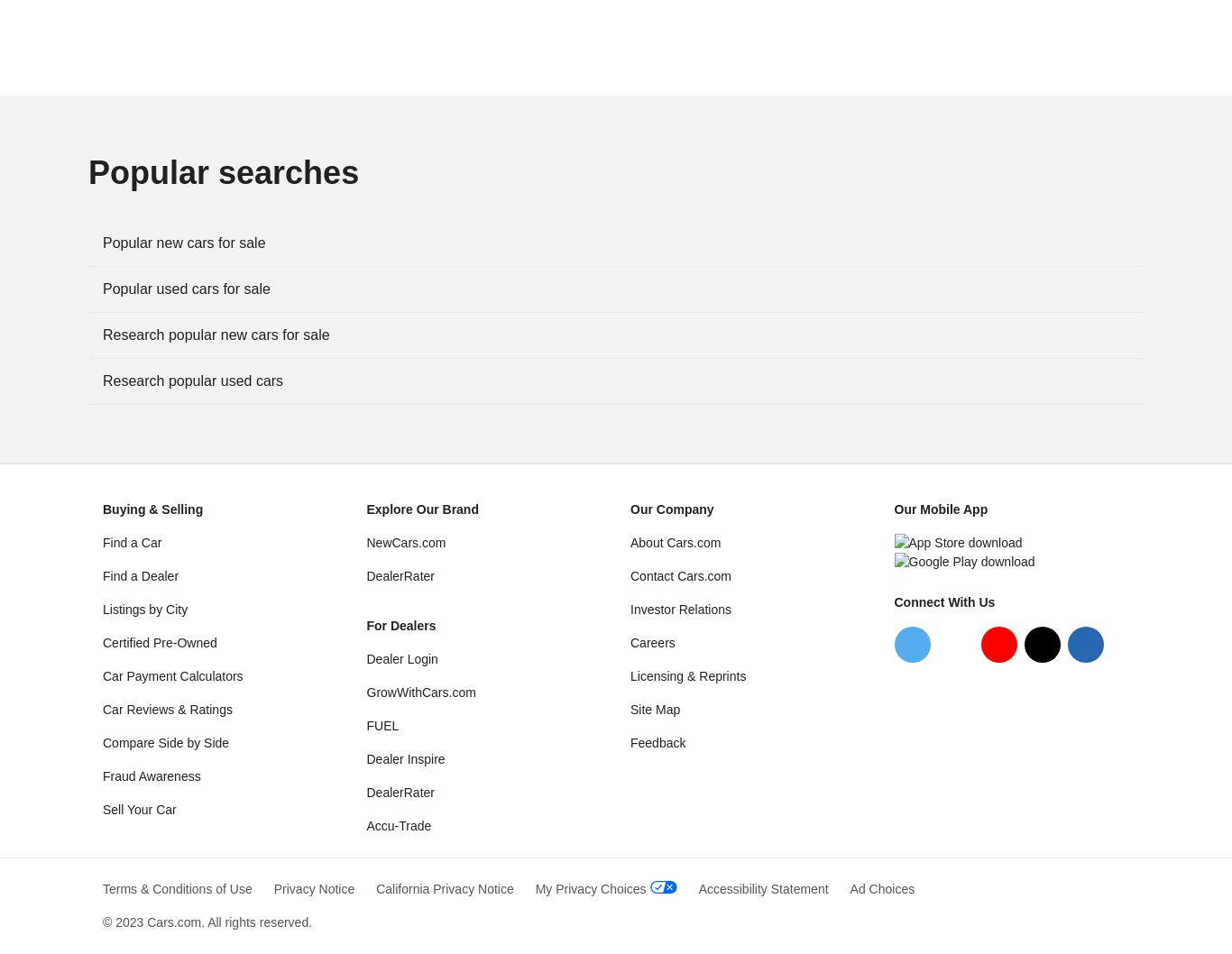 Image resolution: width=1232 pixels, height=954 pixels. Describe the element at coordinates (882, 886) in the screenshot. I see `'Ad Choices'` at that location.